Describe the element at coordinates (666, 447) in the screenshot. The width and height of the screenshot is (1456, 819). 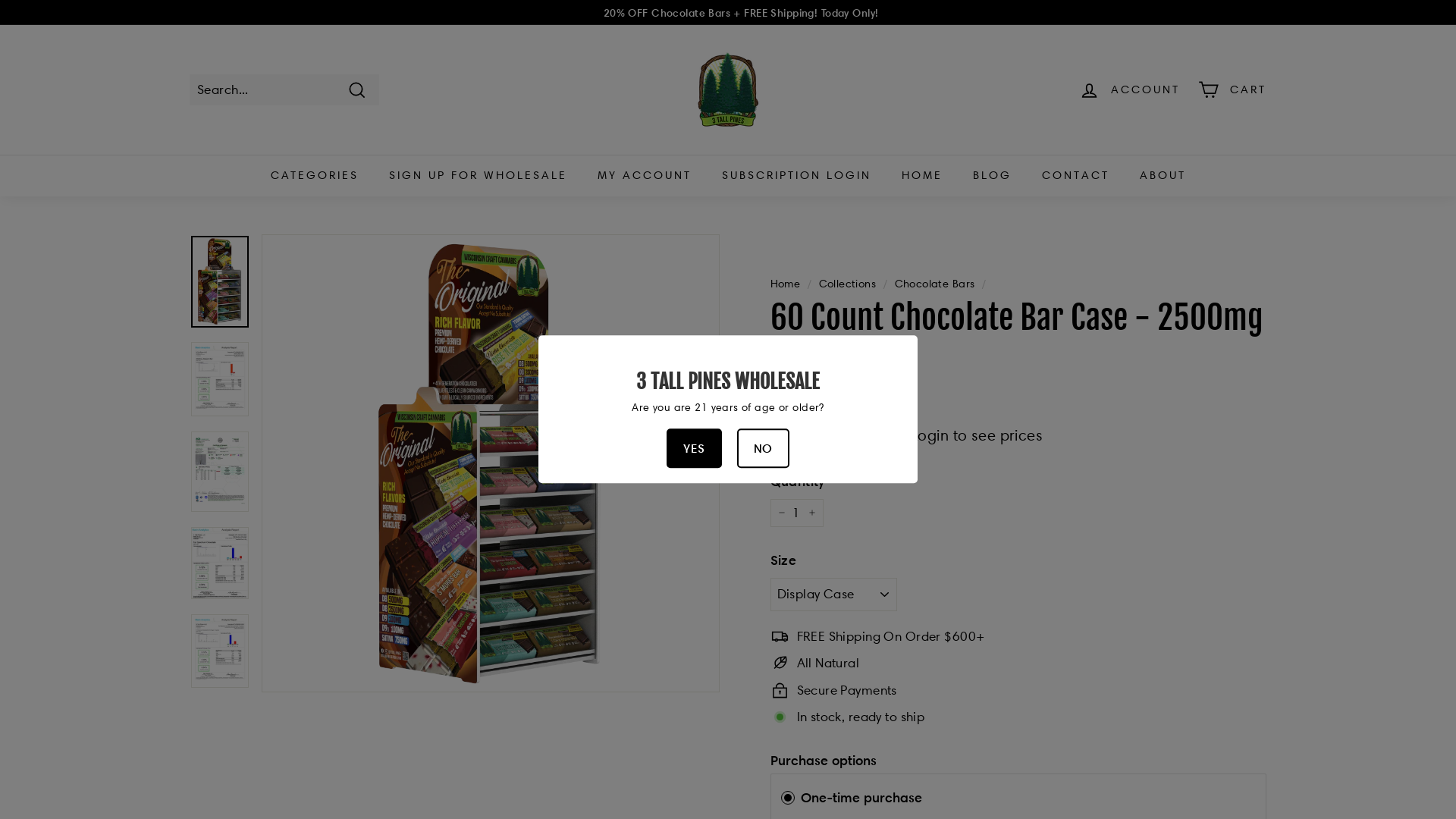
I see `'YES'` at that location.